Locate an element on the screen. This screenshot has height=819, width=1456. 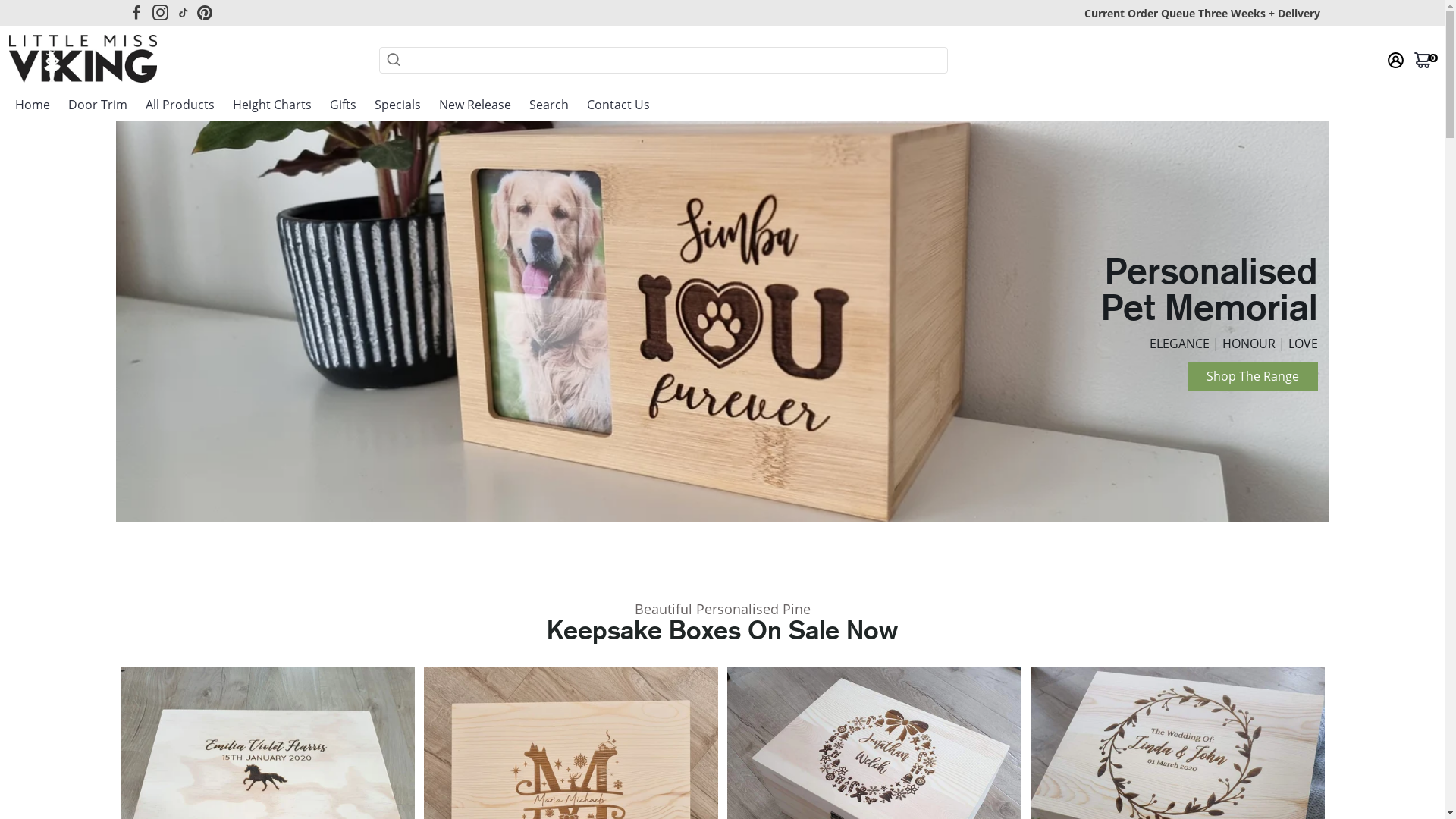
'Gifts' is located at coordinates (342, 104).